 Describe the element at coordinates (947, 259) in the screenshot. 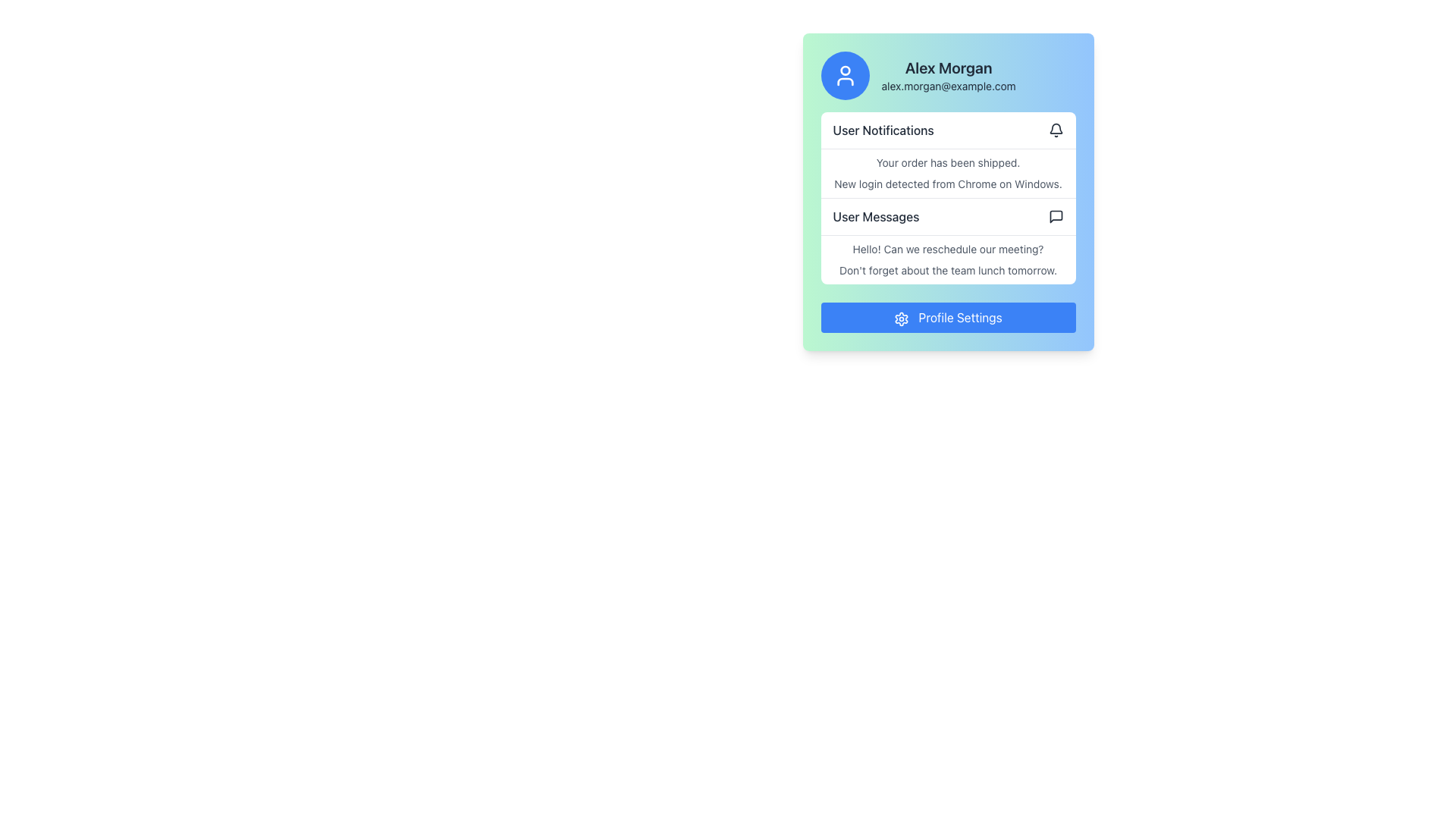

I see `the second message block in the 'User Messages' section, located beneath the 'User Notifications' section, which conveys user messages or notifications` at that location.